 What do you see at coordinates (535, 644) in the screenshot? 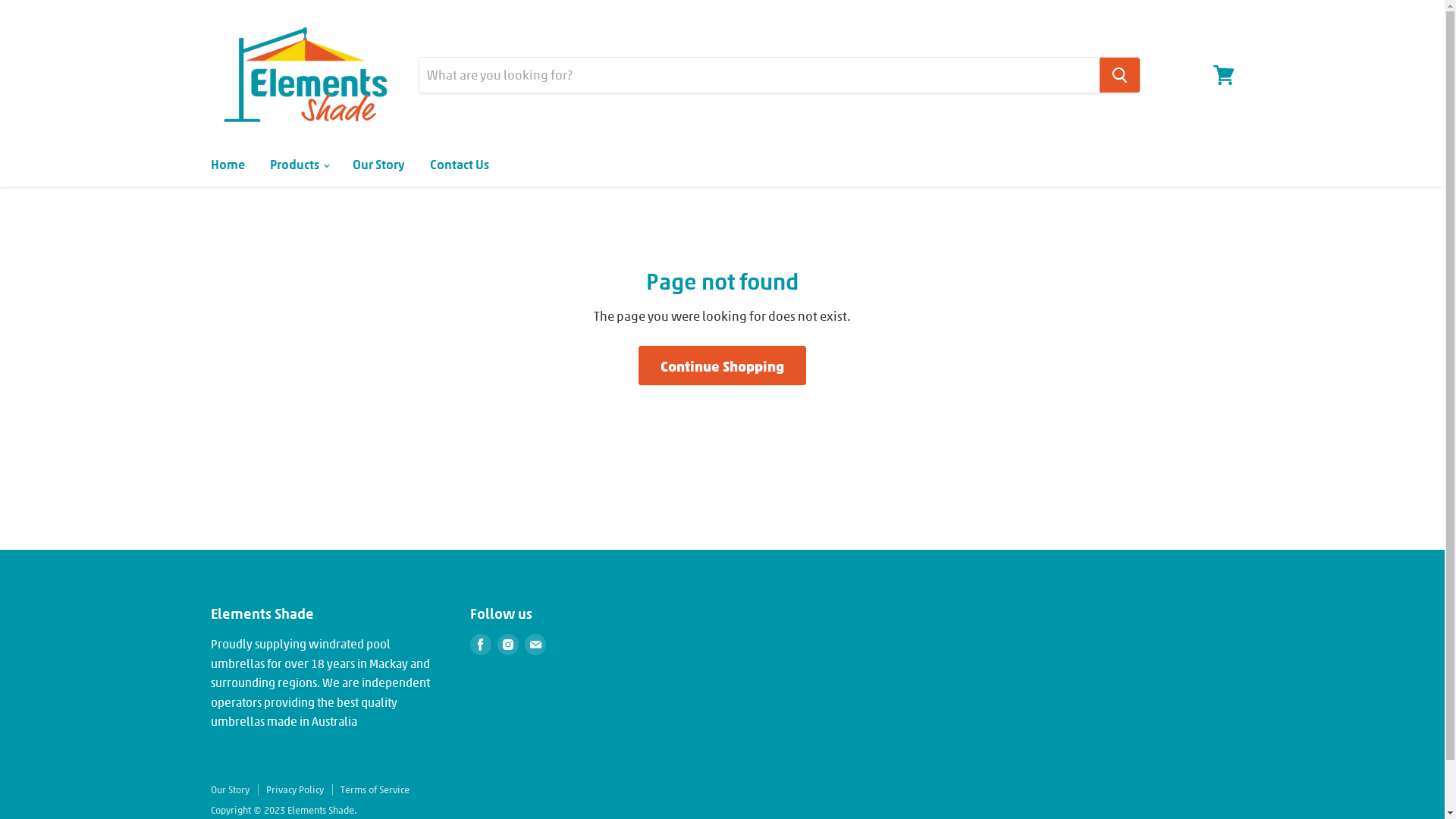
I see `'Find us on E-mail'` at bounding box center [535, 644].